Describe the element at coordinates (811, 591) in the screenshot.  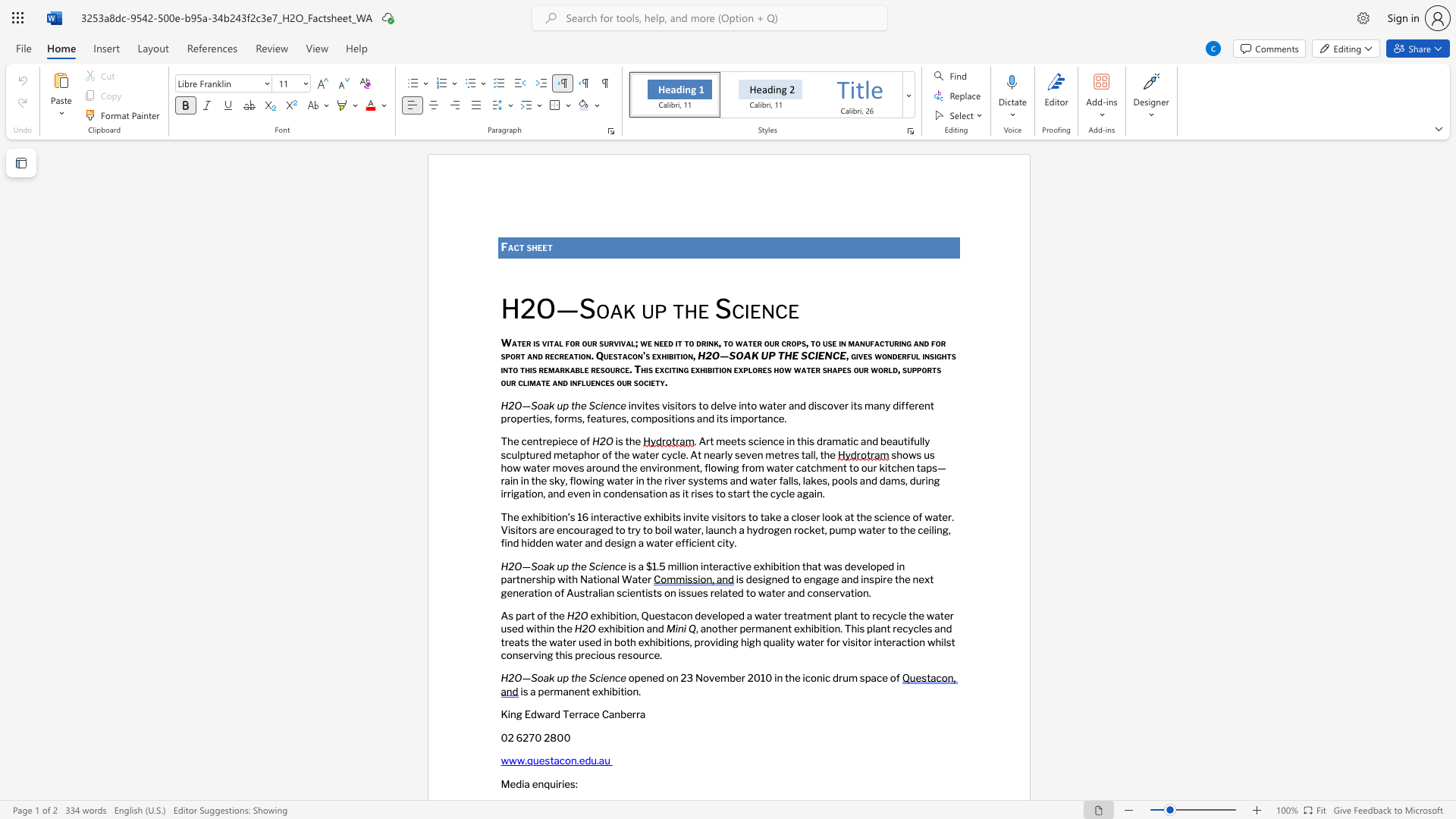
I see `the subset text "on" within the text "is designed to engage and inspire the next generation of Australian scientists on issues related to water and conservation."` at that location.